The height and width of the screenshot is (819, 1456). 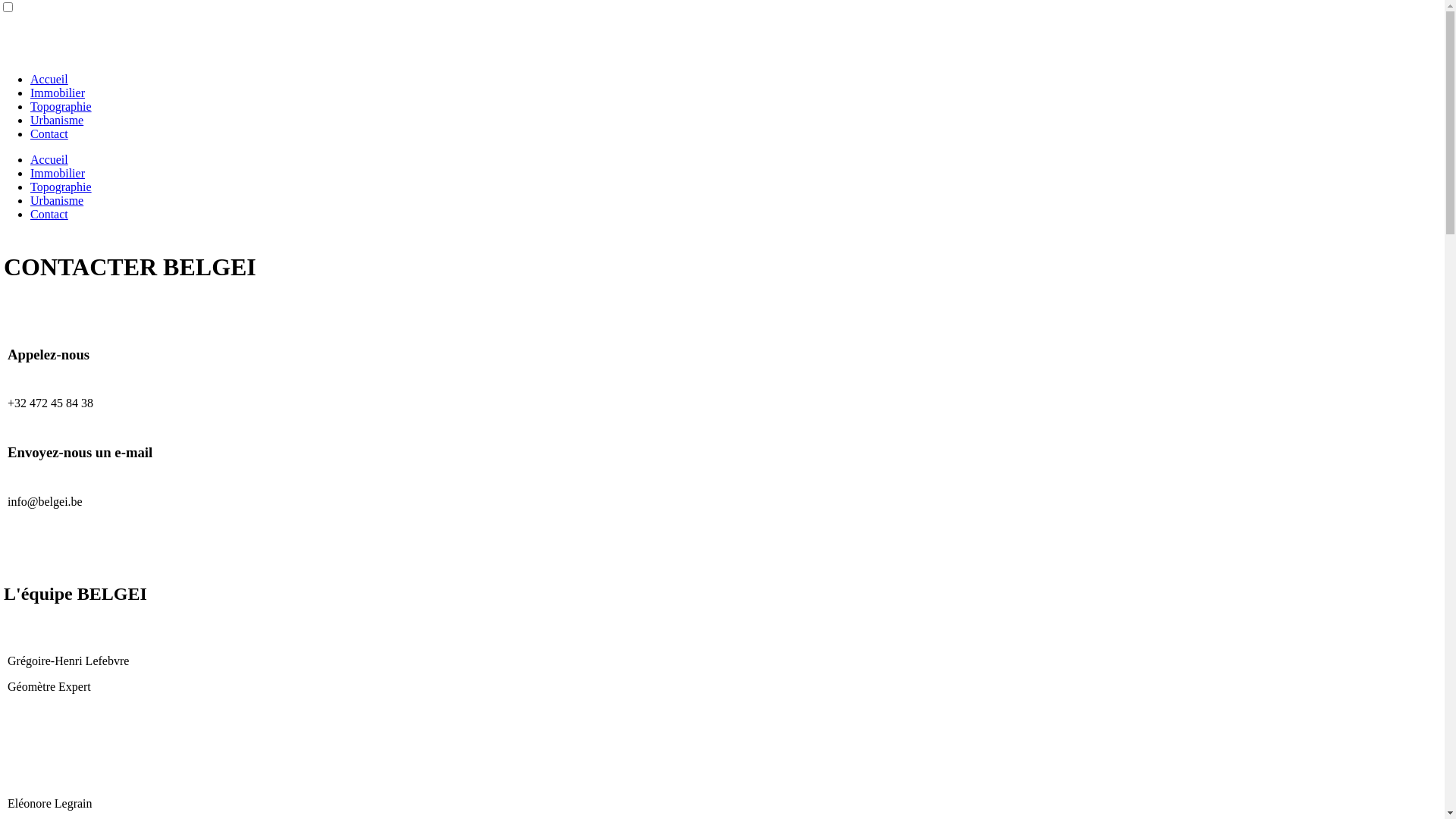 What do you see at coordinates (49, 214) in the screenshot?
I see `'Contact'` at bounding box center [49, 214].